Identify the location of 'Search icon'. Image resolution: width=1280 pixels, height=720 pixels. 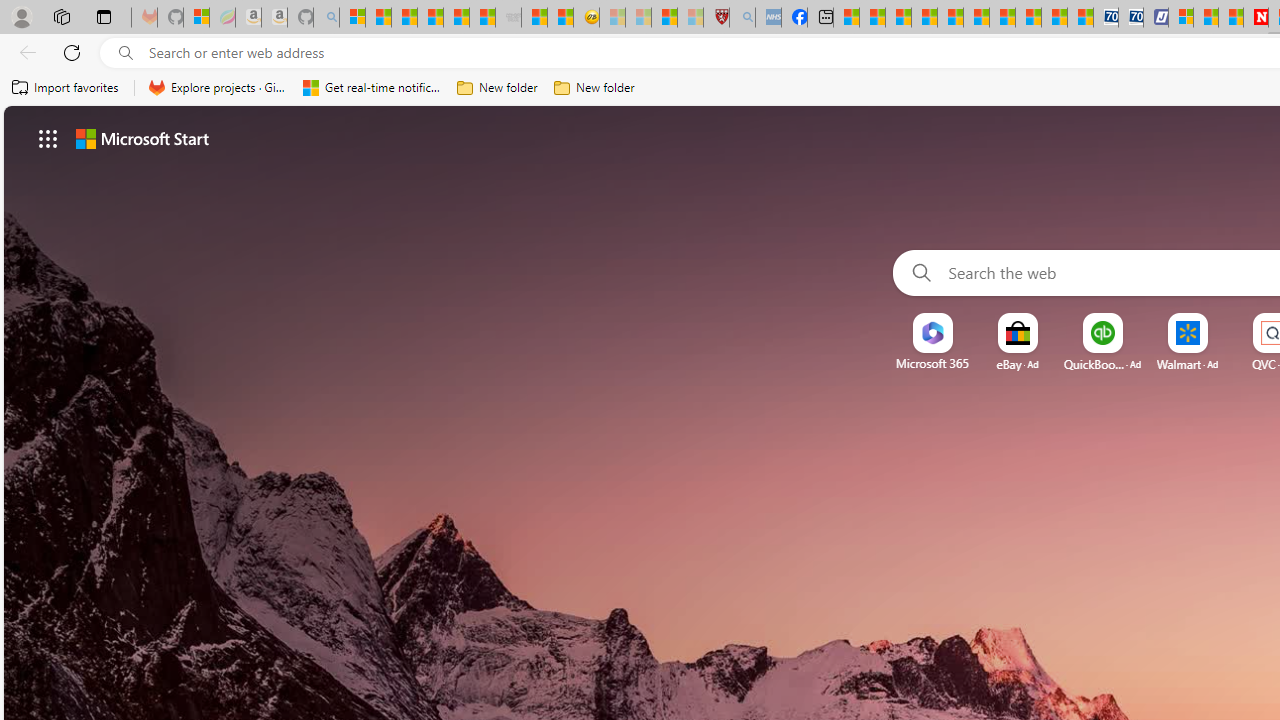
(125, 52).